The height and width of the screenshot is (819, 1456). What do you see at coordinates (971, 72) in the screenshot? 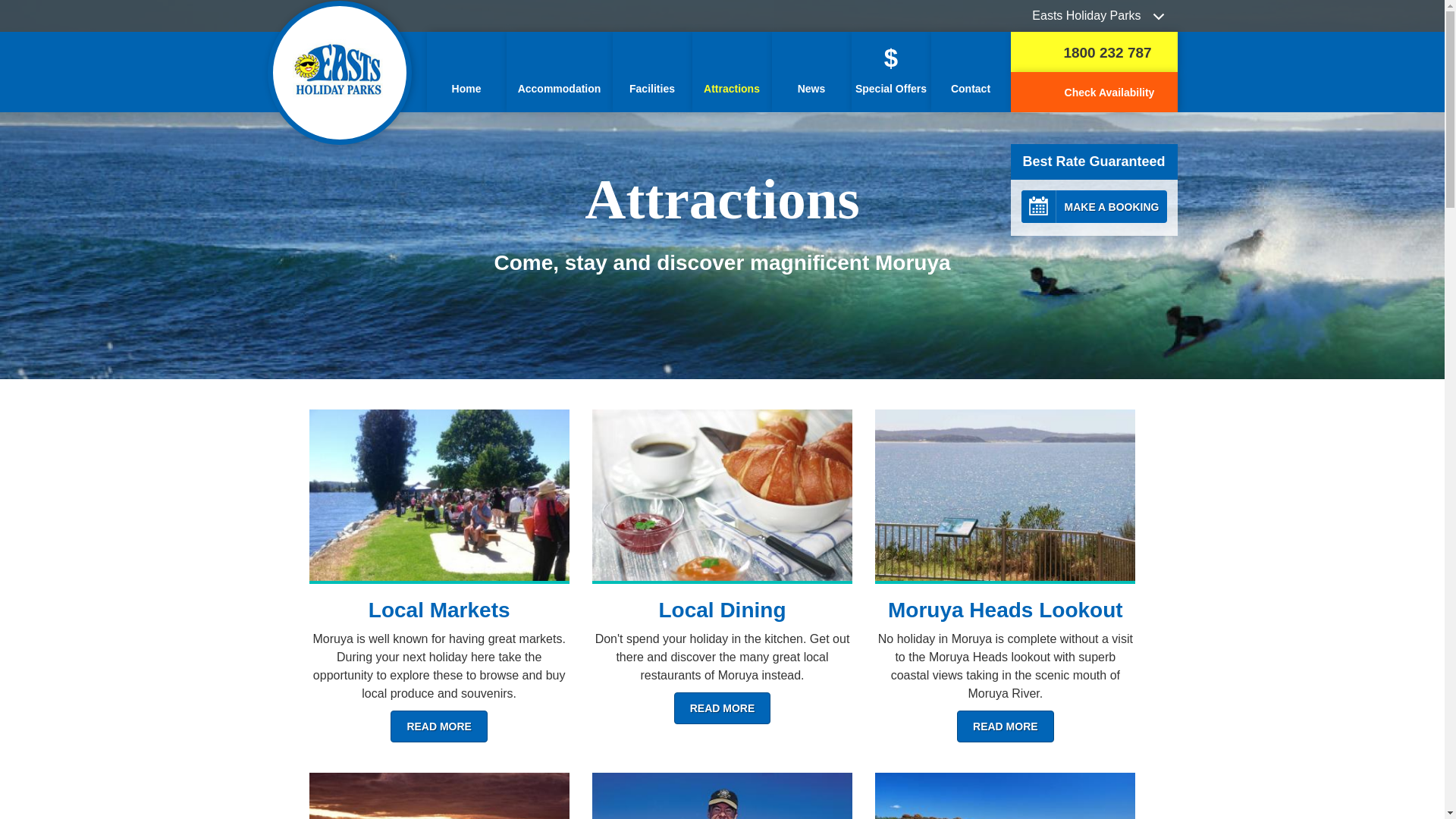
I see `'Contact'` at bounding box center [971, 72].